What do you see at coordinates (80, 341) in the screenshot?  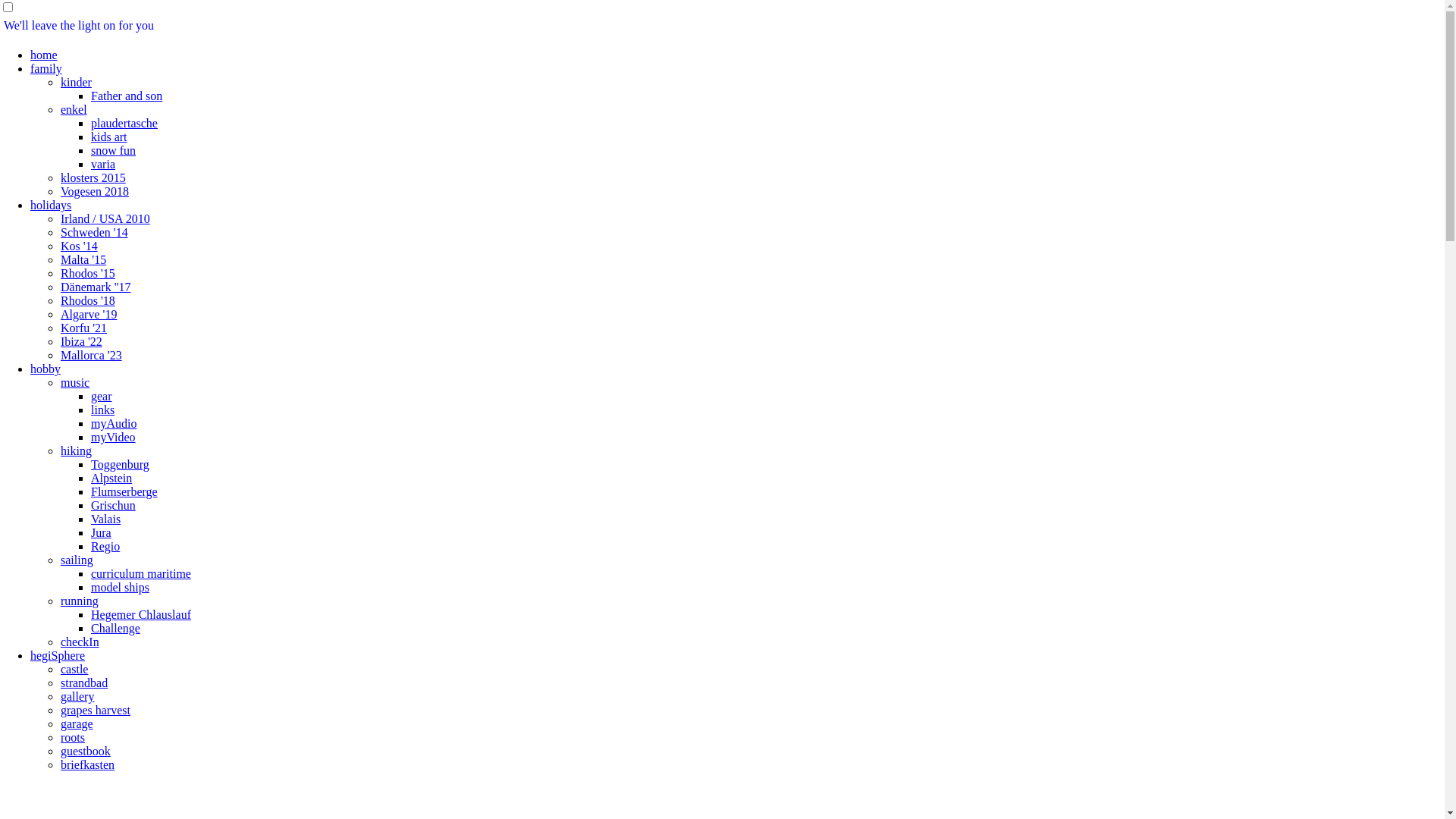 I see `'Ibiza '22'` at bounding box center [80, 341].